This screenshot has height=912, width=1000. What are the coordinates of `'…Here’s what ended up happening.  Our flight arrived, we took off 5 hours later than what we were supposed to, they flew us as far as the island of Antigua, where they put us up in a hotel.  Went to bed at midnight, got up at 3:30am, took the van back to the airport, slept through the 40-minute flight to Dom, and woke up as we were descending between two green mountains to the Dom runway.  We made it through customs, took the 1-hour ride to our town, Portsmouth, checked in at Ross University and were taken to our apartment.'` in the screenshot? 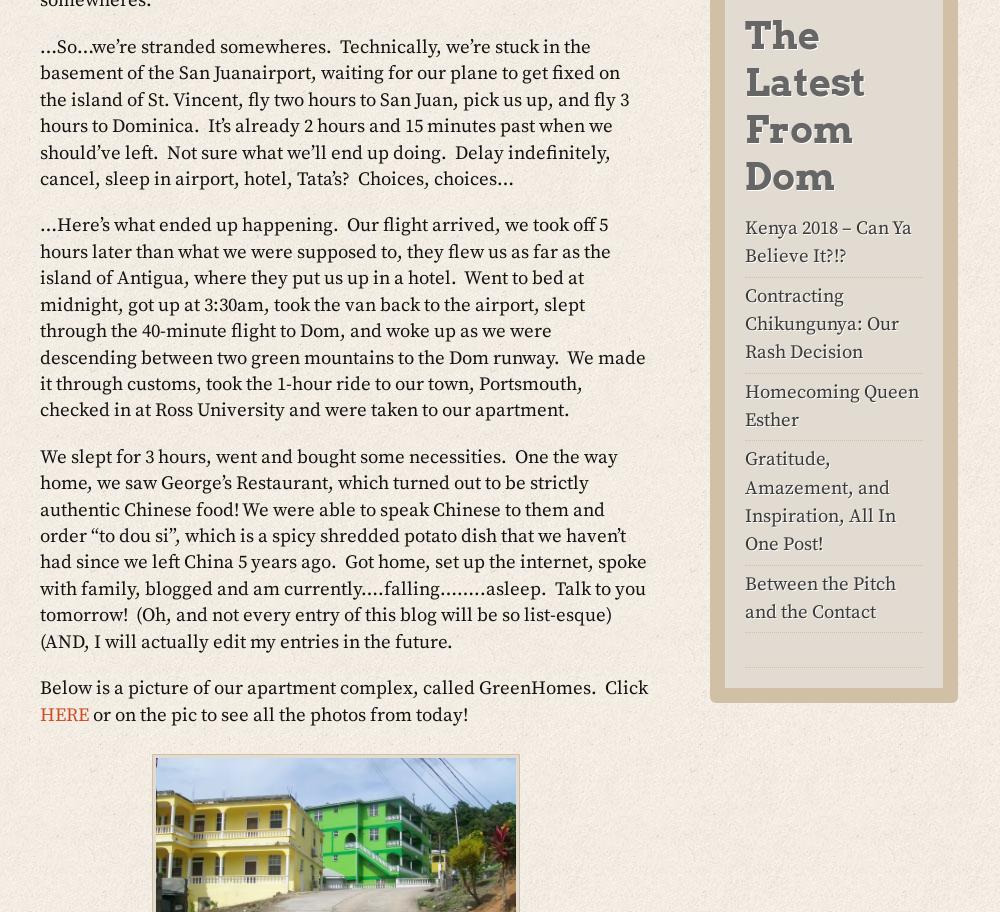 It's located at (40, 318).